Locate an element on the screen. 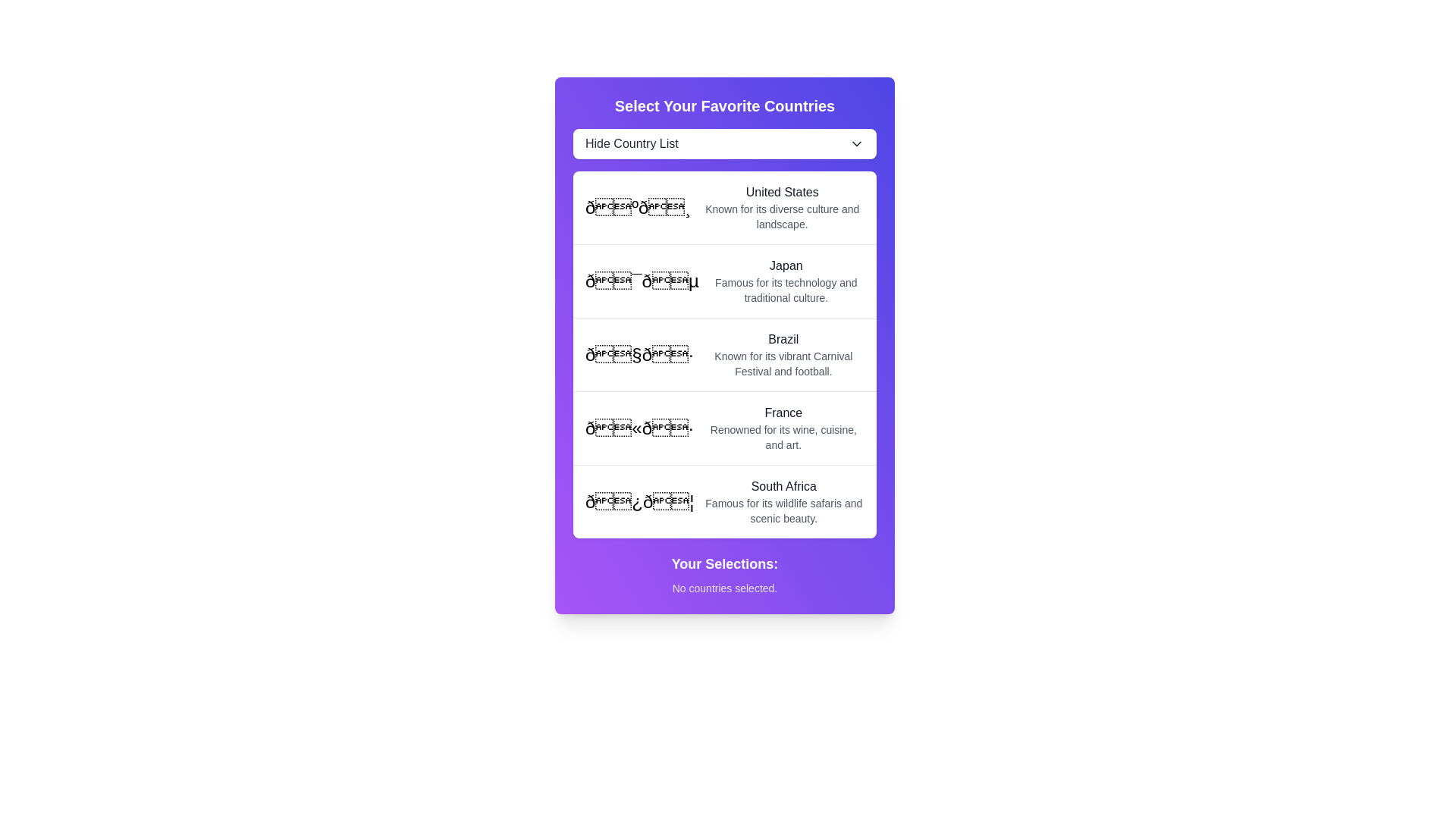 The width and height of the screenshot is (1456, 819). the fourth list item that provides an overview of France in the country selection list is located at coordinates (723, 428).